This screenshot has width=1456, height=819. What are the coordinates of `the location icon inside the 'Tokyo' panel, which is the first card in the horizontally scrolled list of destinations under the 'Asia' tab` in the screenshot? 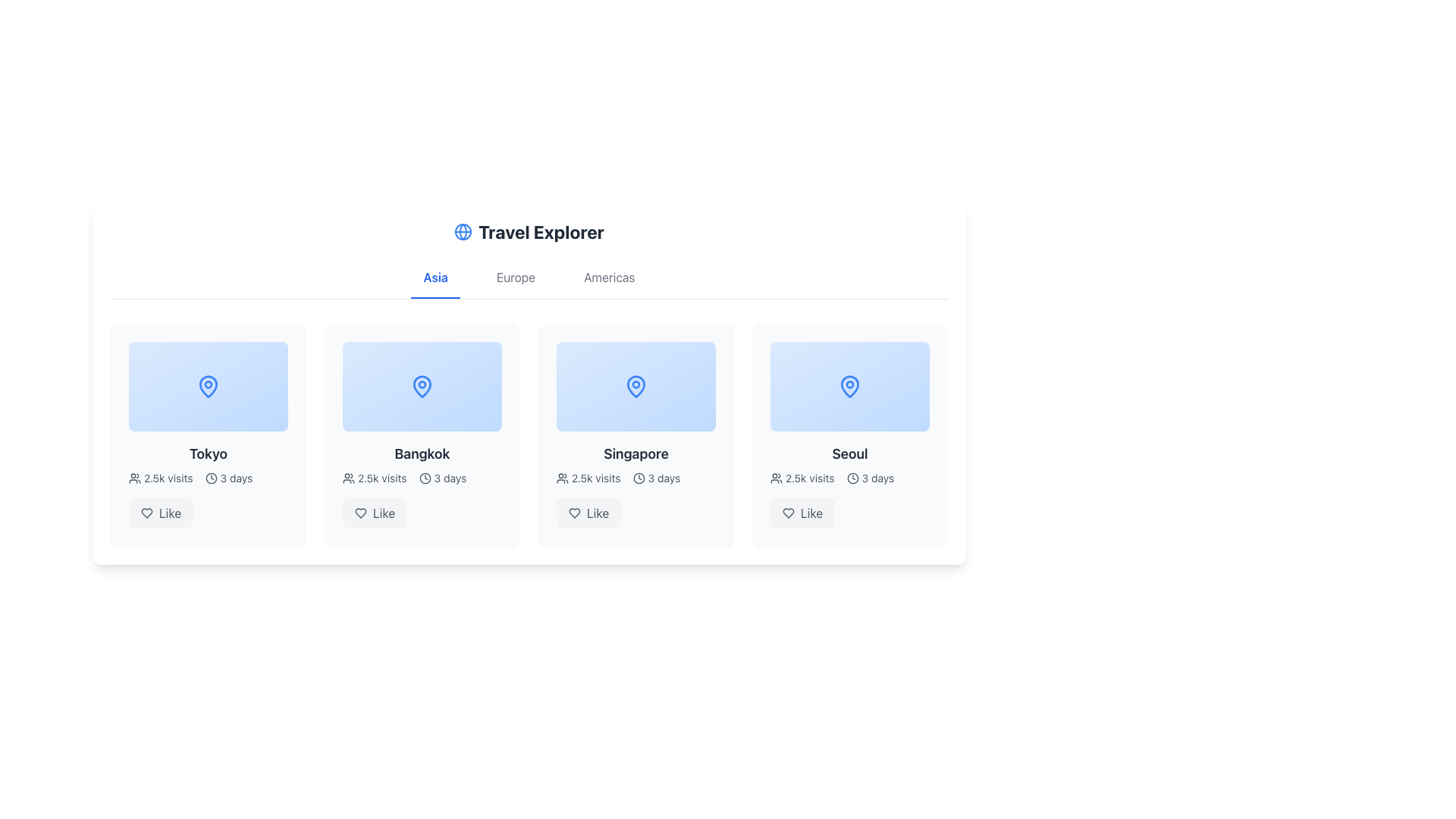 It's located at (207, 385).